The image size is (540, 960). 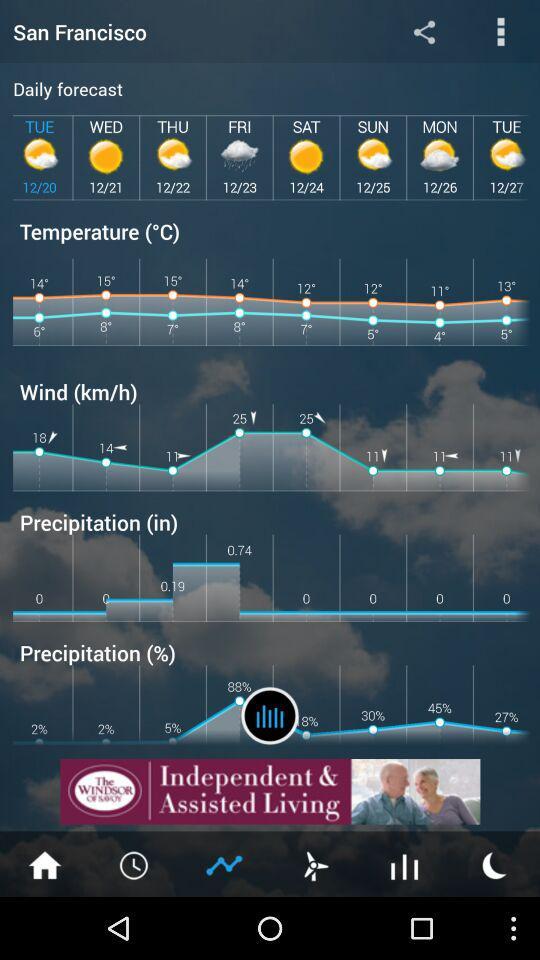 I want to click on click on add, so click(x=270, y=791).